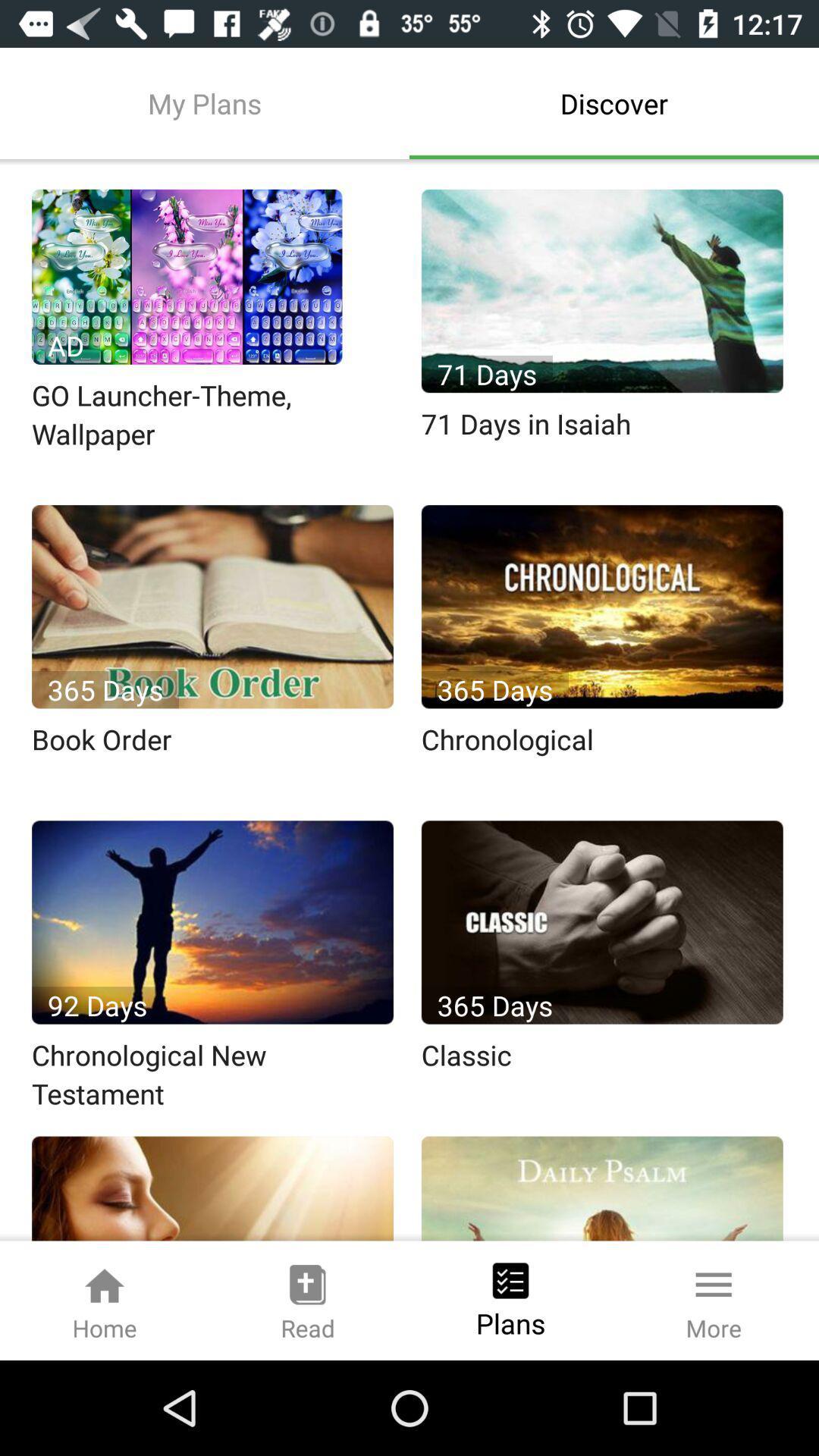 Image resolution: width=819 pixels, height=1456 pixels. Describe the element at coordinates (65, 345) in the screenshot. I see `the text on the first image` at that location.